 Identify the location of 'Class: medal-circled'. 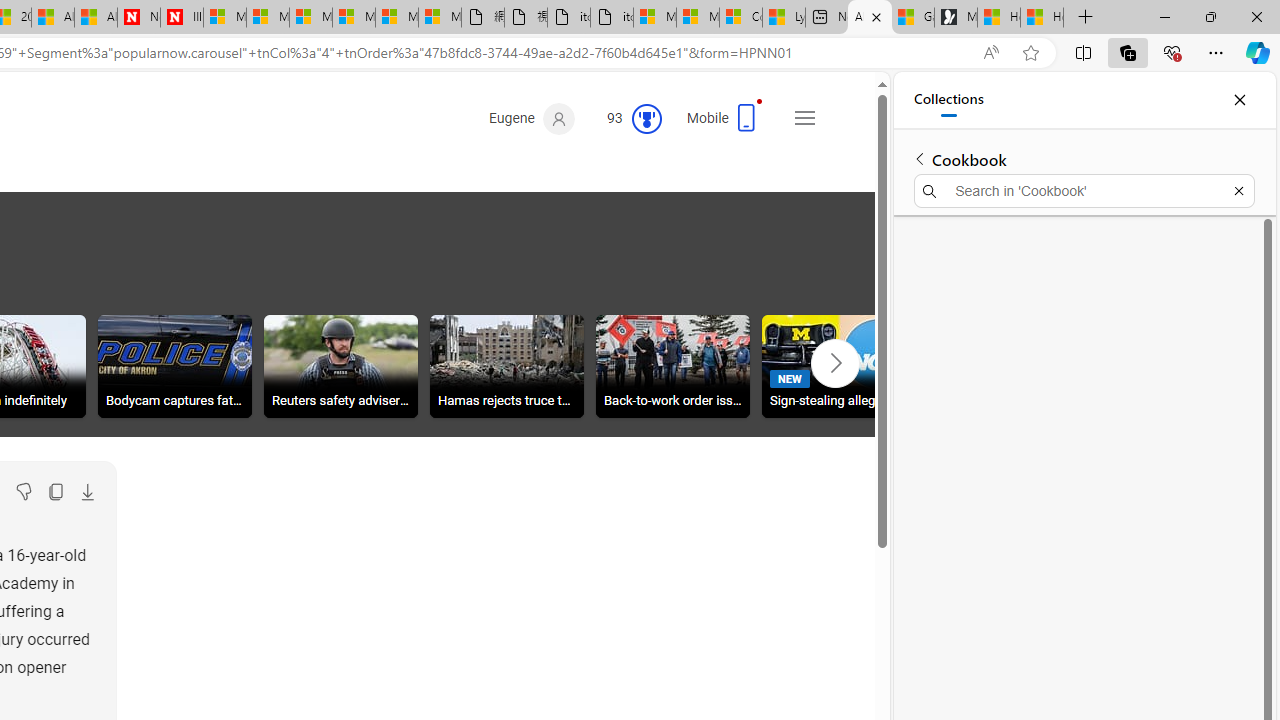
(646, 119).